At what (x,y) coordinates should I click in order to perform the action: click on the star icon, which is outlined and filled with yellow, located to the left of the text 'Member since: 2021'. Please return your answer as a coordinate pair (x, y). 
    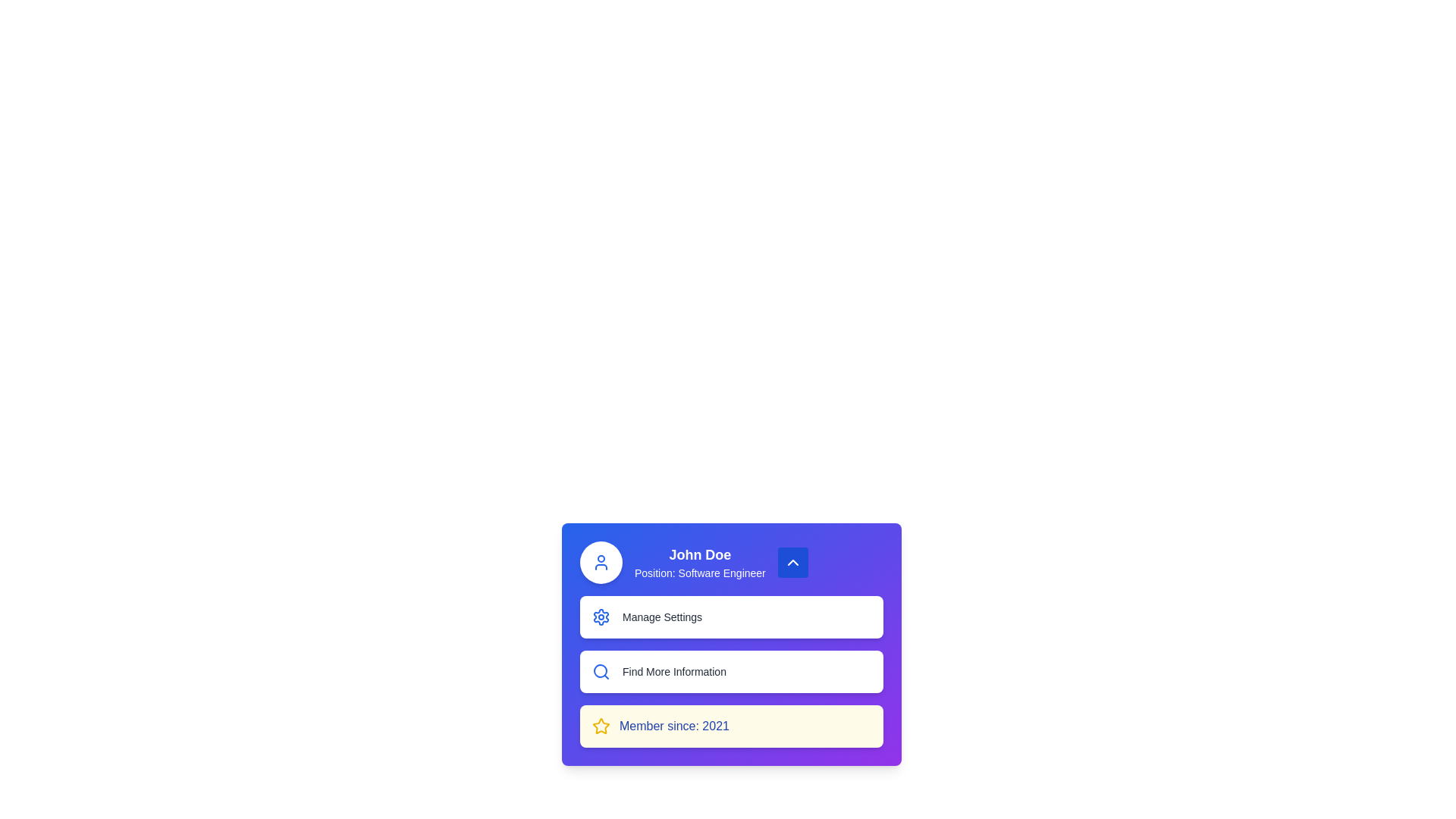
    Looking at the image, I should click on (600, 725).